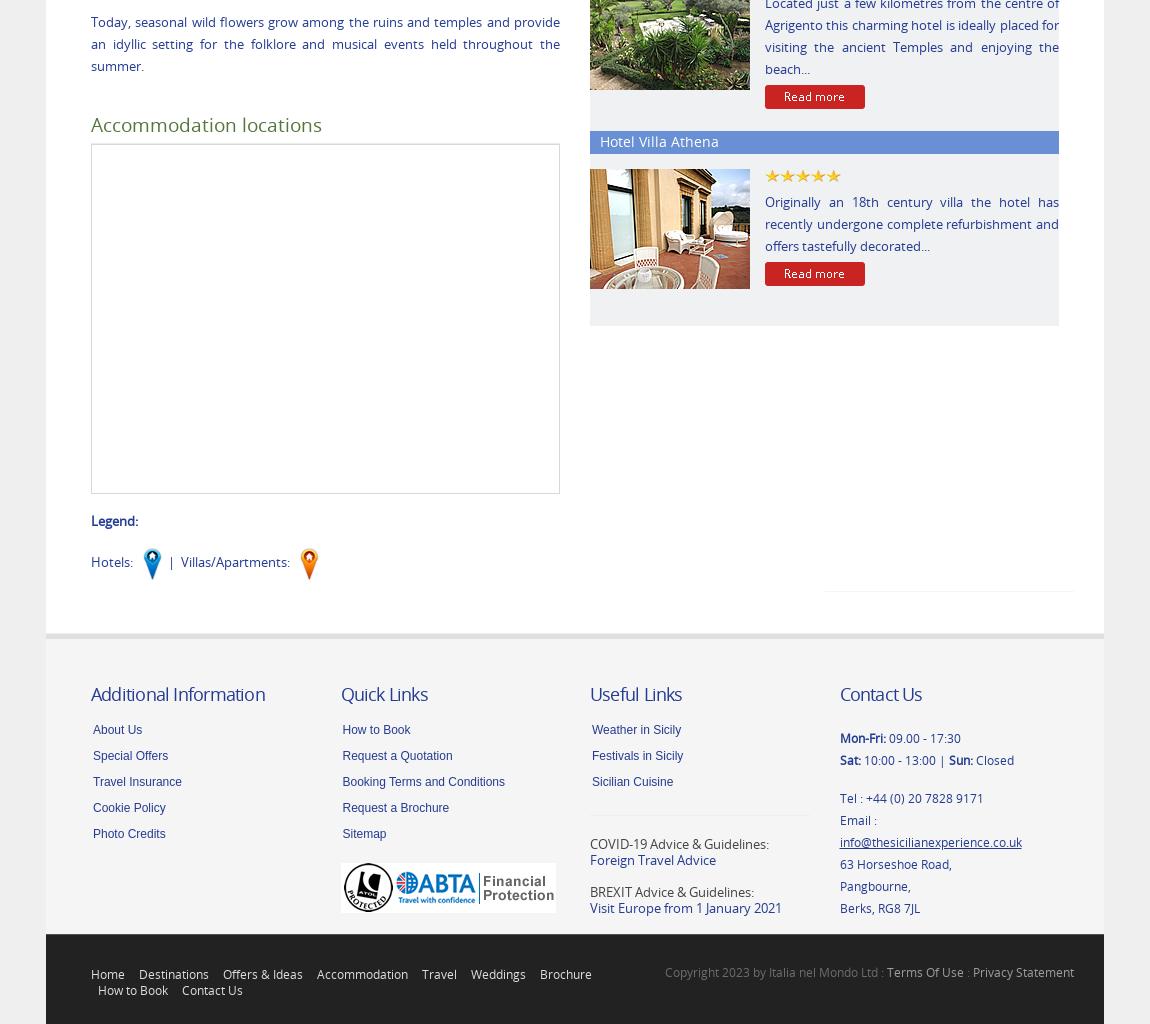 The width and height of the screenshot is (1150, 1024). I want to click on 'Tel : +44 (0) 20 7828 9171', so click(911, 796).